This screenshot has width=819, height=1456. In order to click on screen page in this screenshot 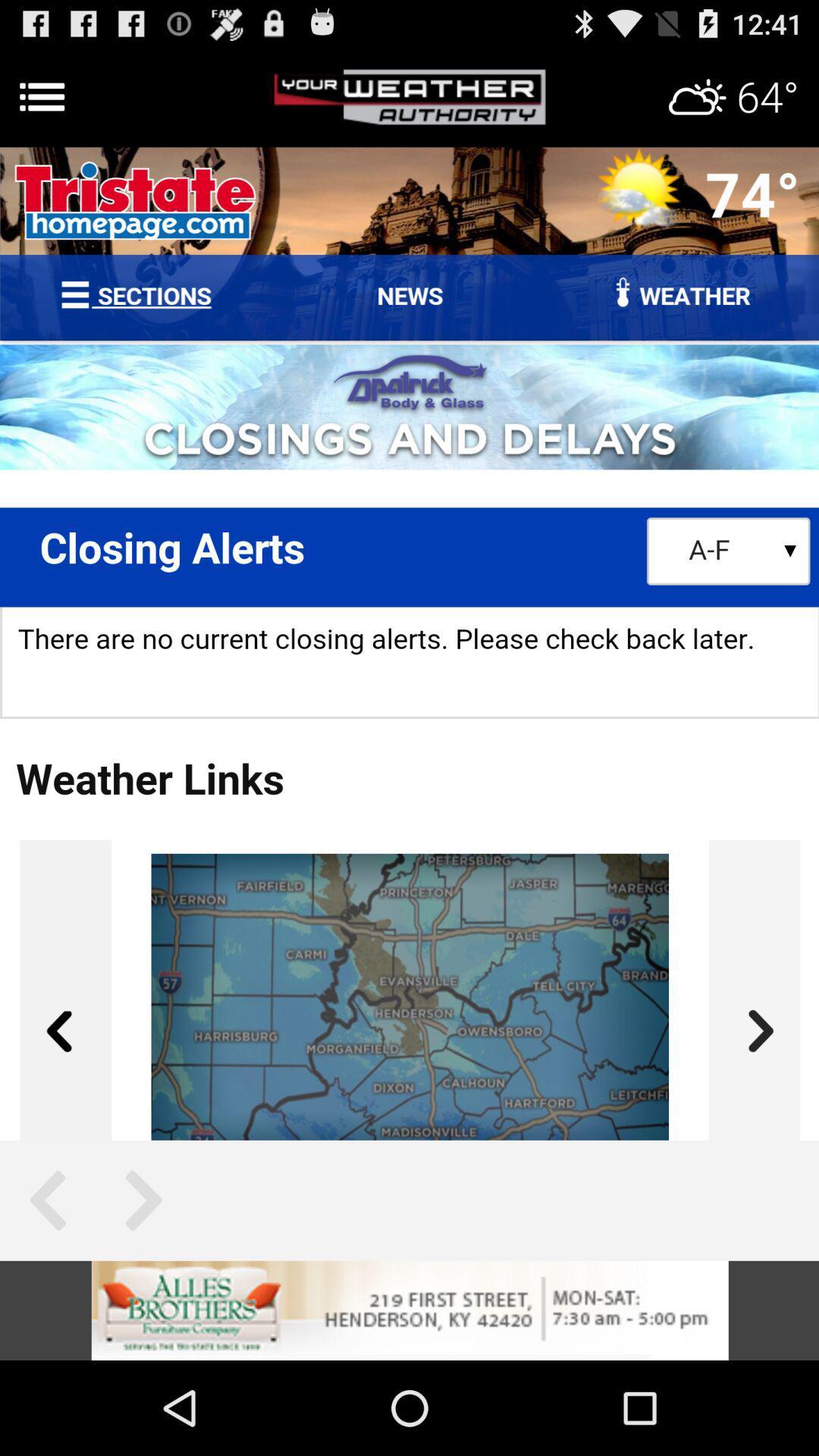, I will do `click(409, 644)`.